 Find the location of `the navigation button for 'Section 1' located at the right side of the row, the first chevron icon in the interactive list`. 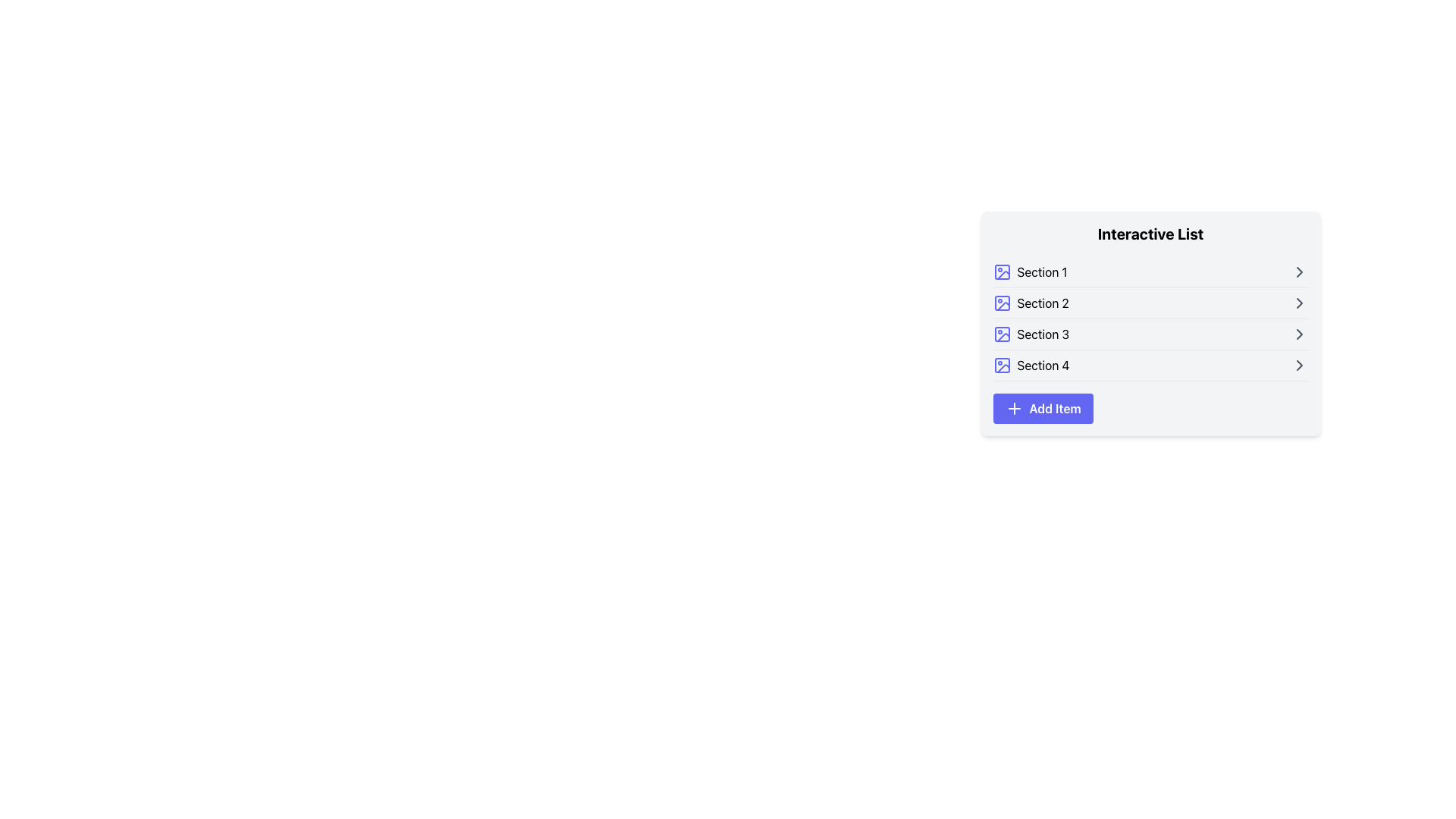

the navigation button for 'Section 1' located at the right side of the row, the first chevron icon in the interactive list is located at coordinates (1298, 271).